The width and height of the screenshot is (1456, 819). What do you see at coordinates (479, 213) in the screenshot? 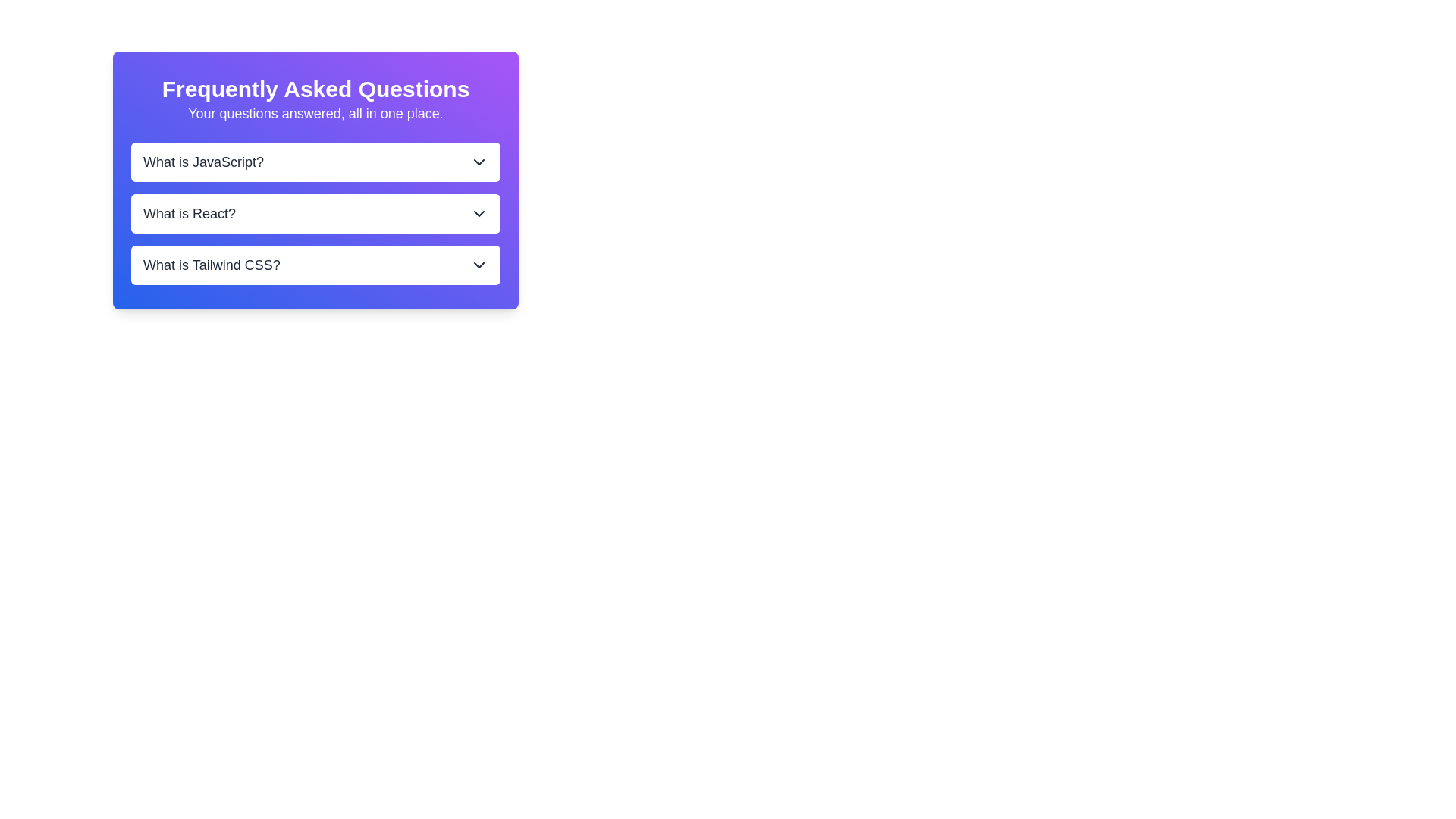
I see `the small downward-pointing chevron icon` at bounding box center [479, 213].